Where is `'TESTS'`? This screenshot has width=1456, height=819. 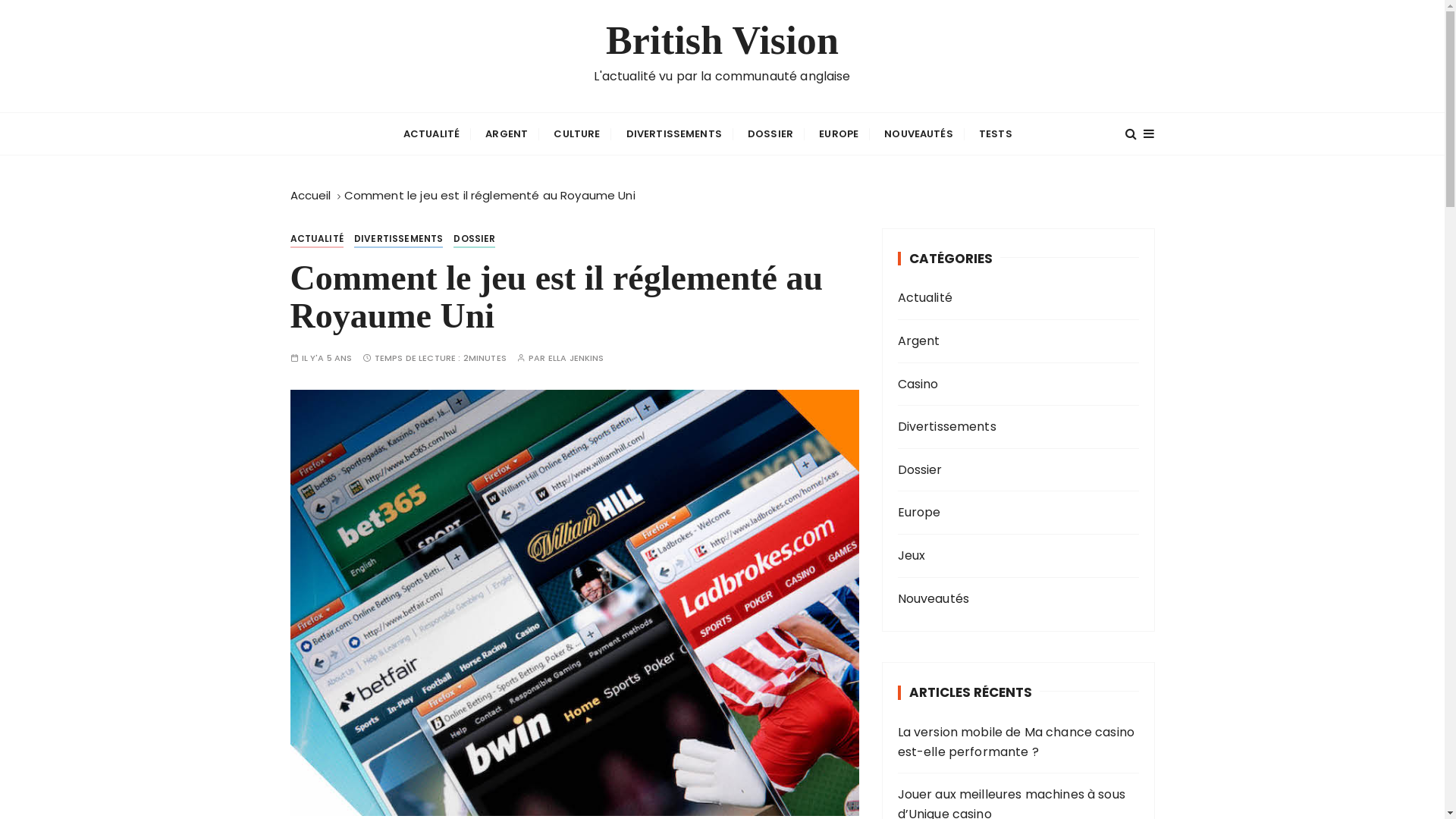 'TESTS' is located at coordinates (996, 133).